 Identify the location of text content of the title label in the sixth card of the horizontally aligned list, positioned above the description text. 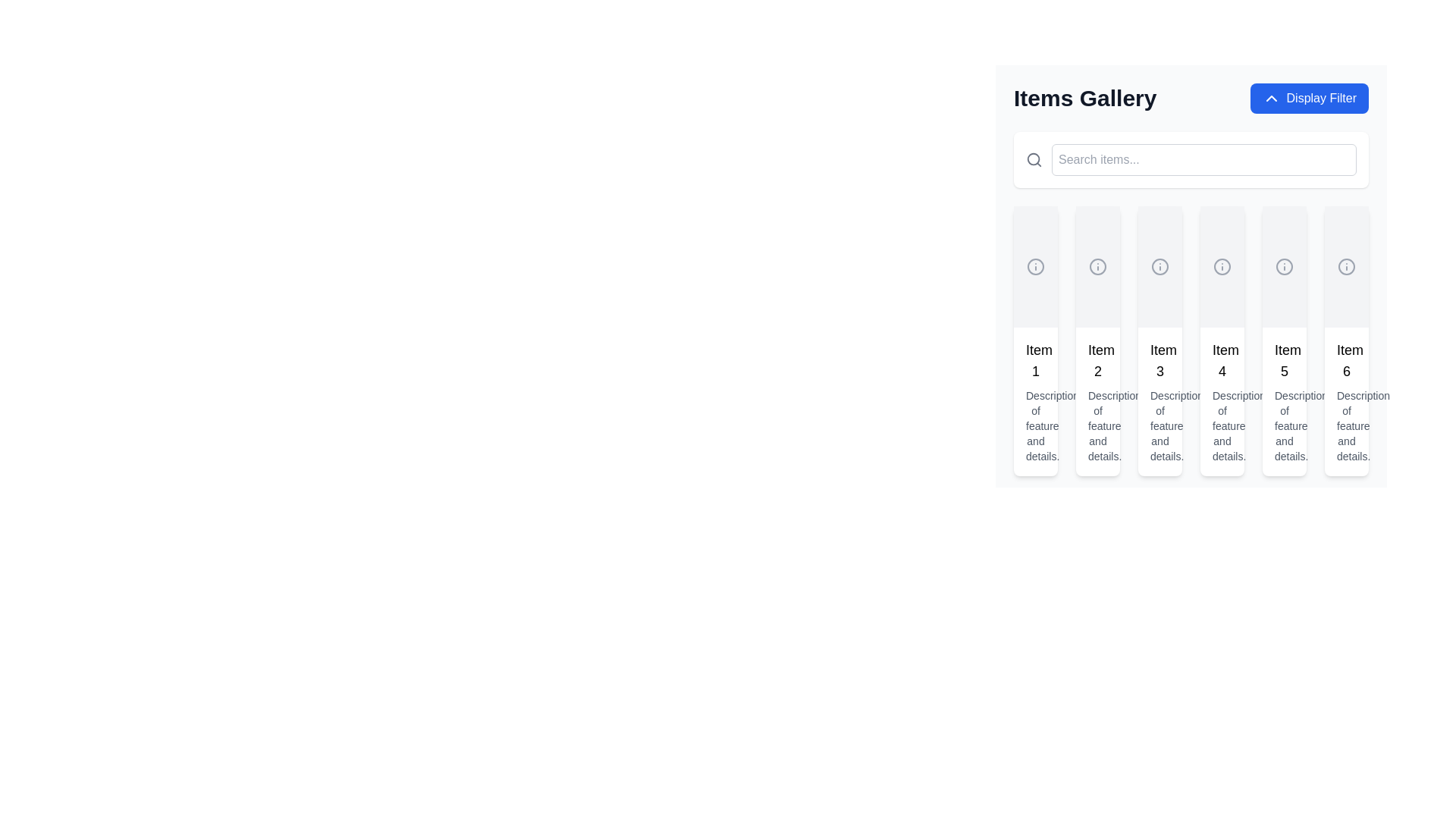
(1347, 360).